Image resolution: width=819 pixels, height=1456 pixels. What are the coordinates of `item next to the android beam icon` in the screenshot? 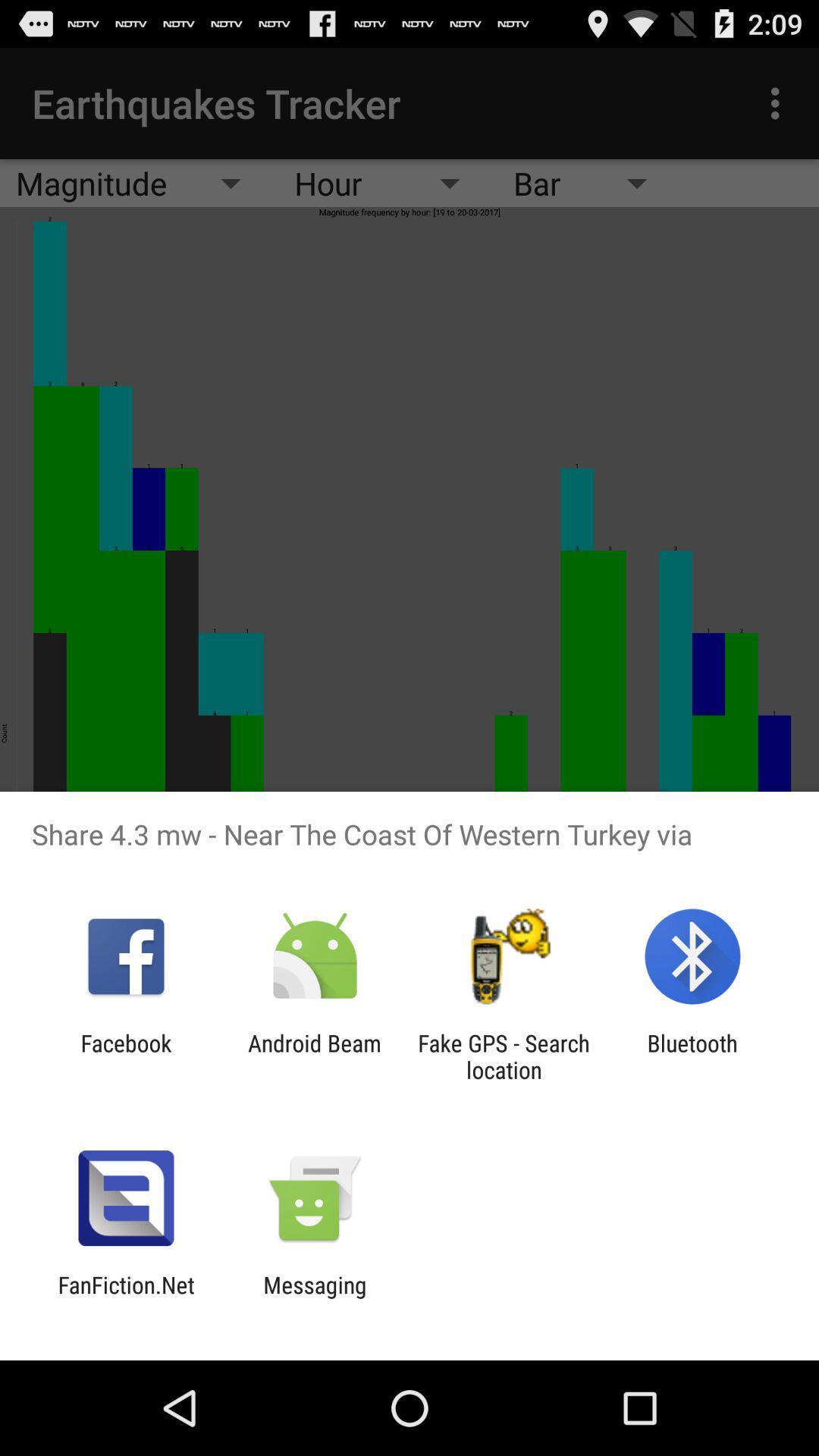 It's located at (504, 1056).